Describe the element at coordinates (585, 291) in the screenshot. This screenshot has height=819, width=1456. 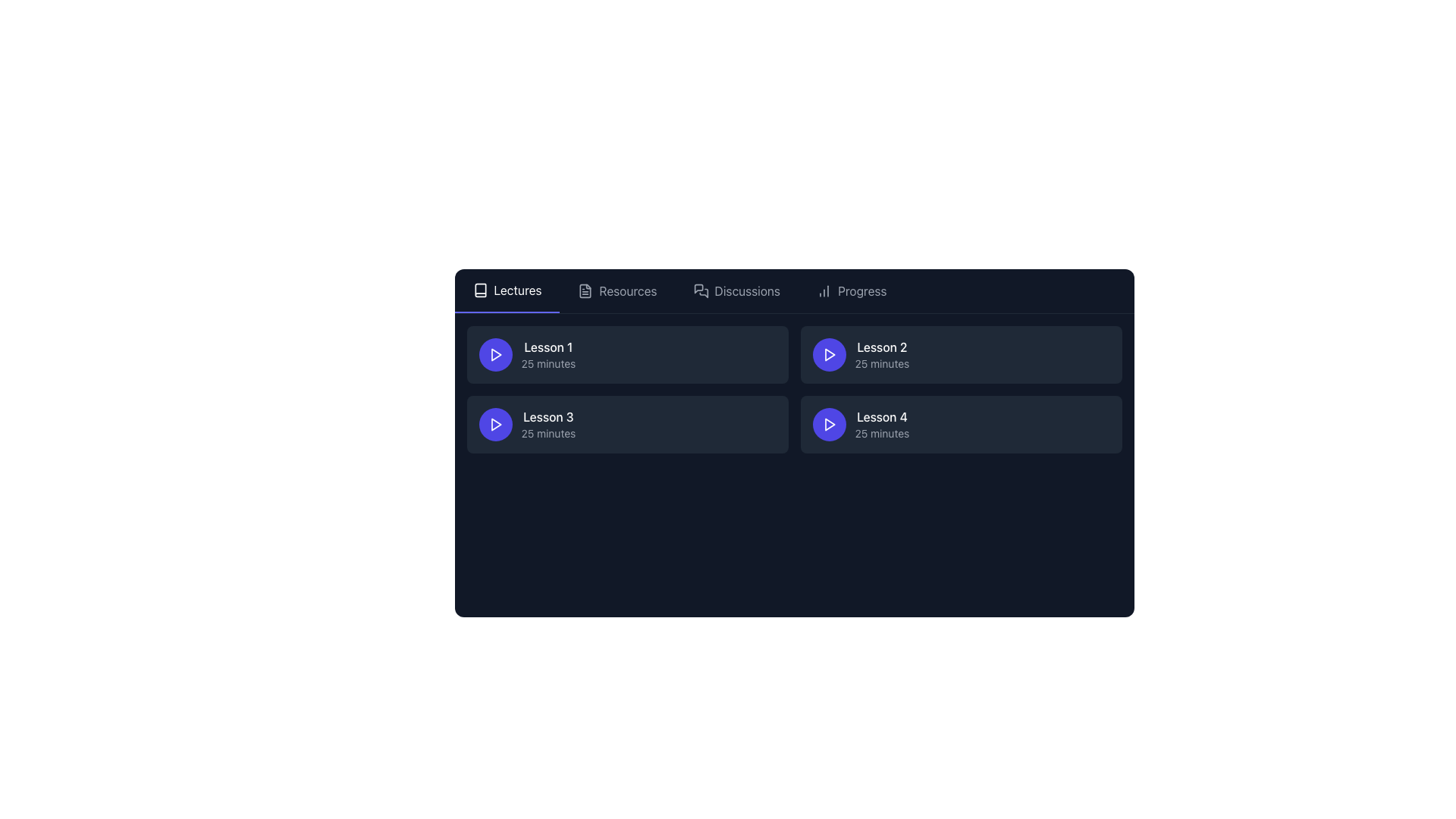
I see `the 'Resources' tab by navigating the keyboard to the small document icon located to the left of the 'Resources' label in the toolbar` at that location.